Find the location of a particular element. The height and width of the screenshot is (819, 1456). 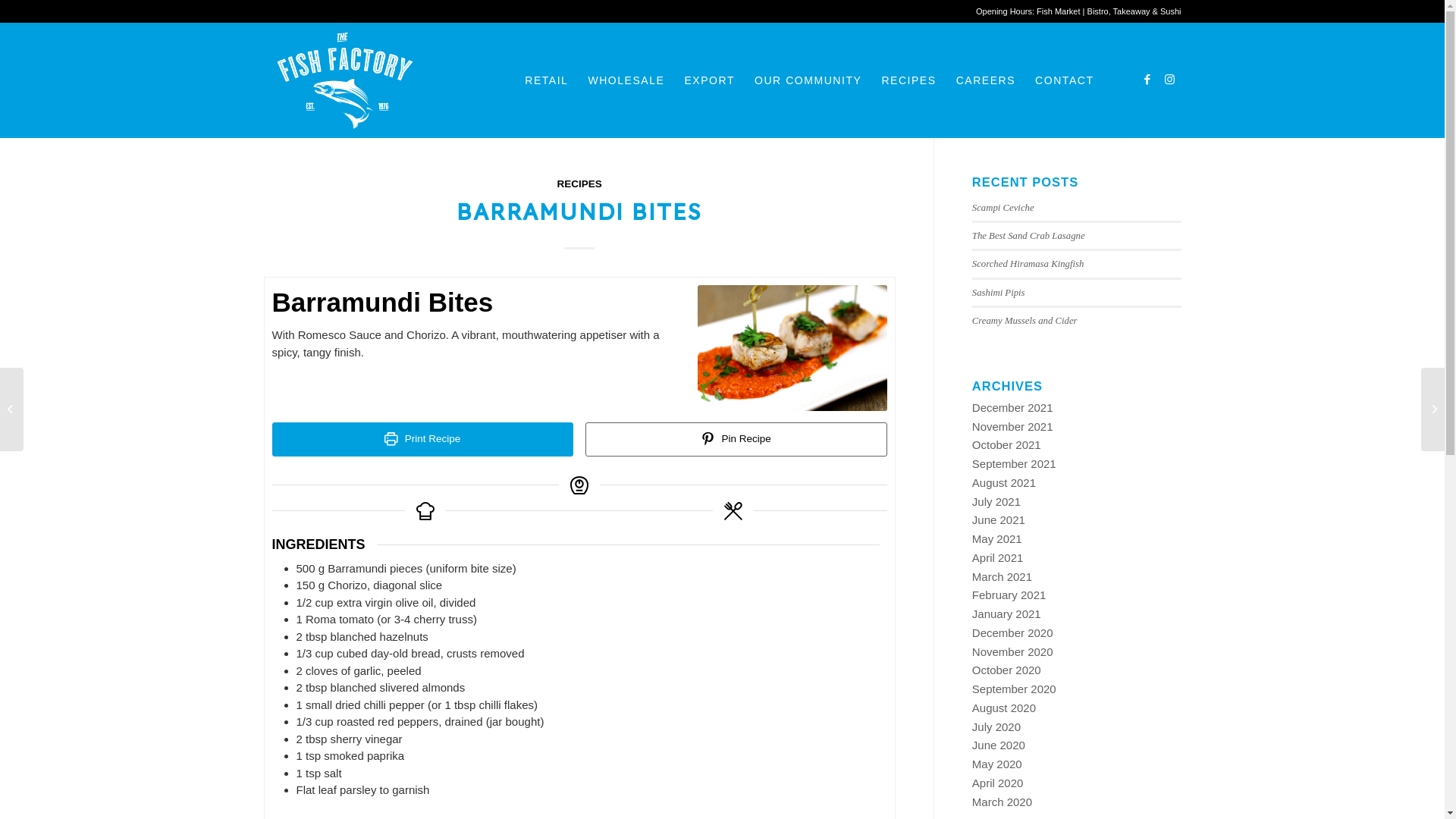

'Print Recipe' is located at coordinates (422, 439).